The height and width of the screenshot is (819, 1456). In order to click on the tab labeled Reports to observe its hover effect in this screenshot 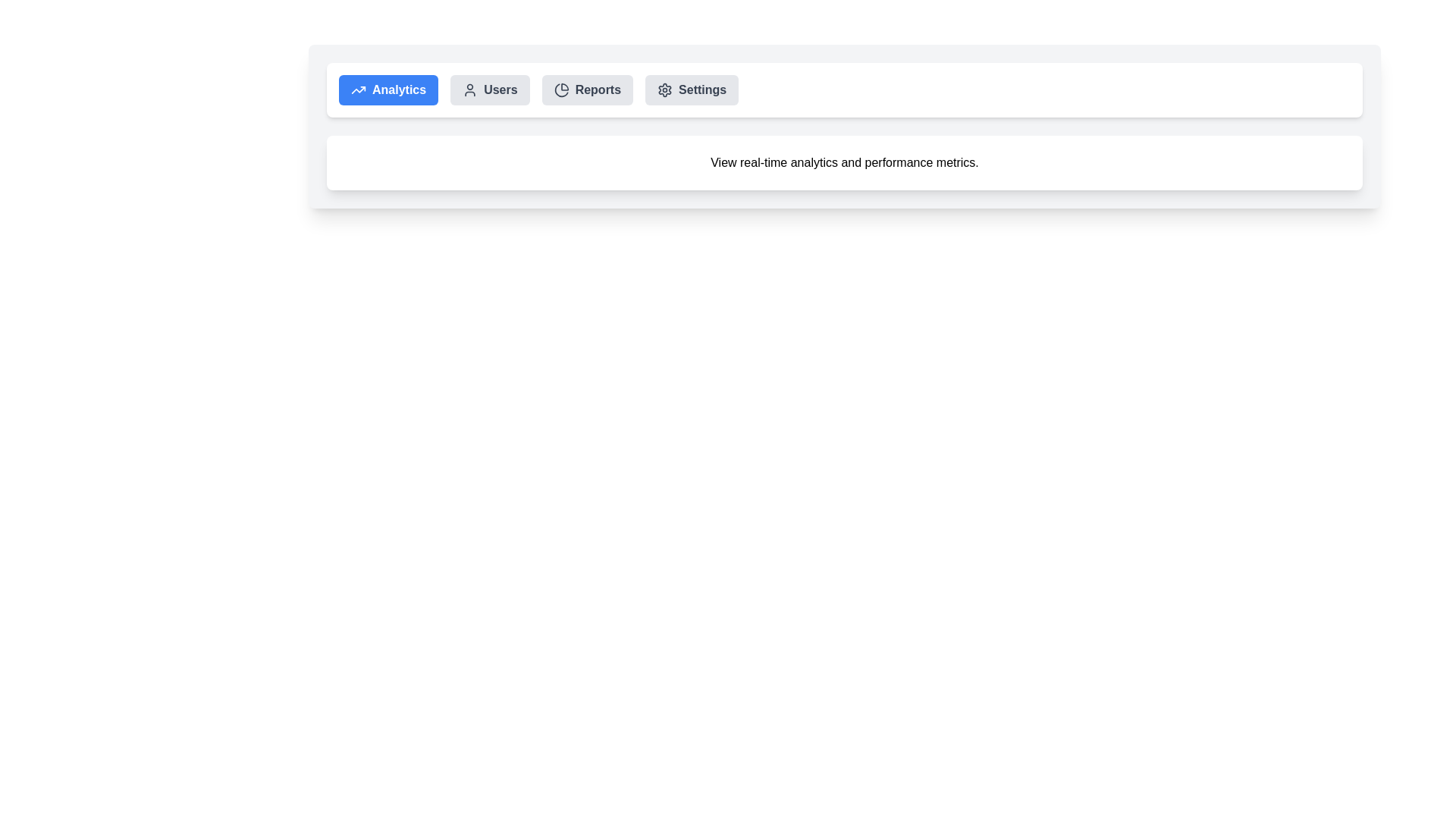, I will do `click(585, 90)`.